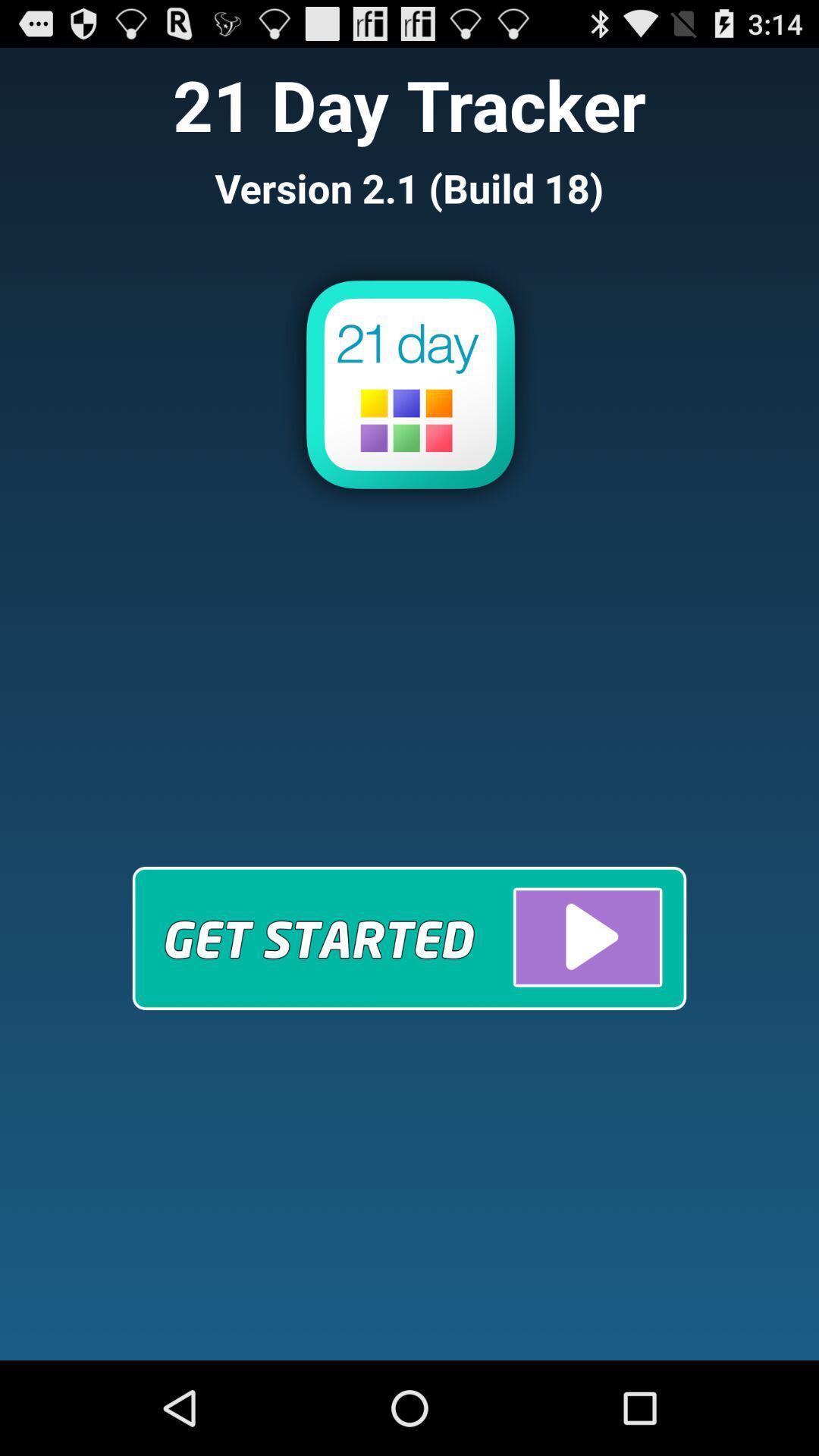 The width and height of the screenshot is (819, 1456). I want to click on start the tracker, so click(409, 937).